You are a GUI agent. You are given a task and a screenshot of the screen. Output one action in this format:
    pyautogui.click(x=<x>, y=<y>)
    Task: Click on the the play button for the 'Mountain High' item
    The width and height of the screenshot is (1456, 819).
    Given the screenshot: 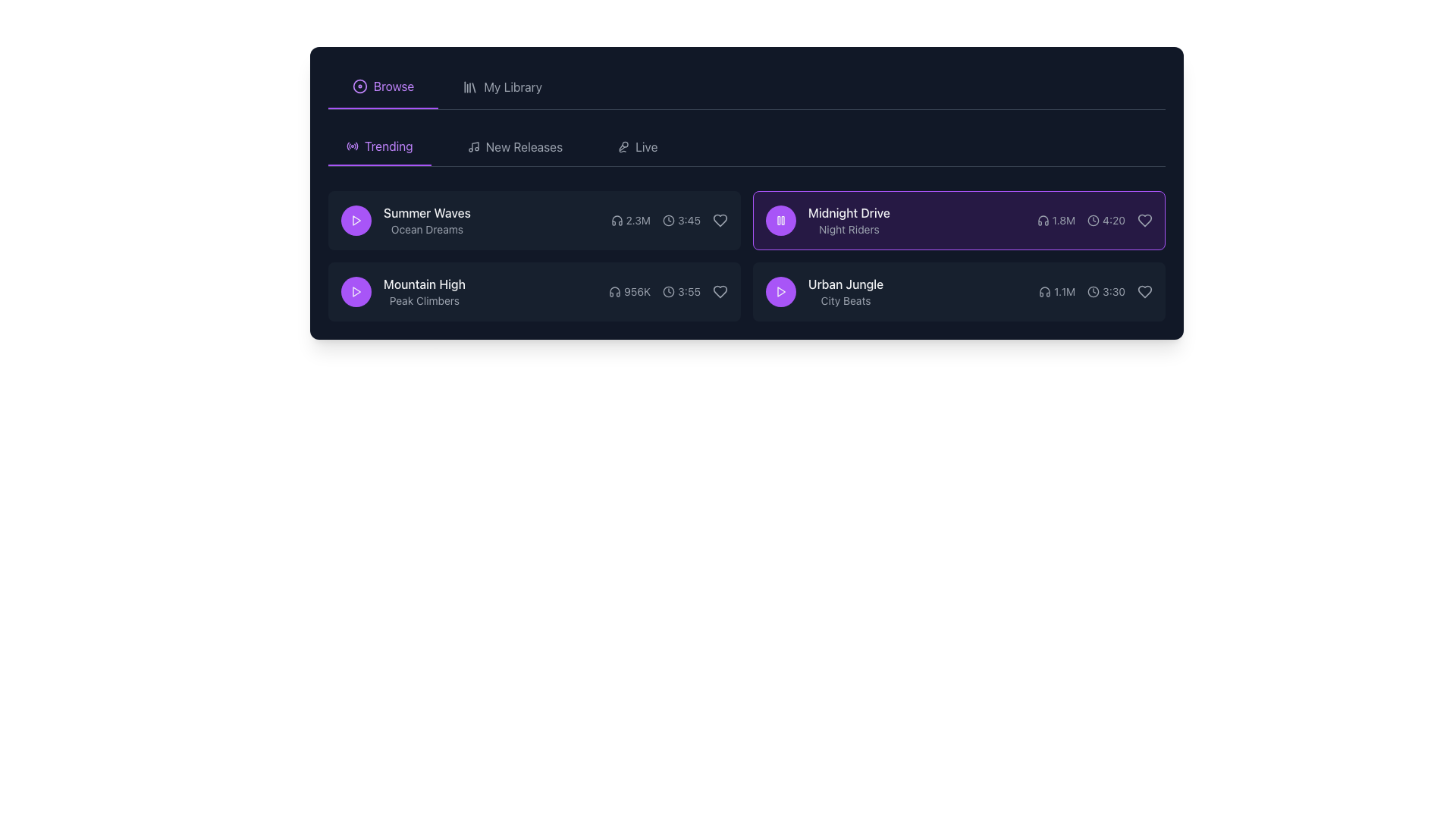 What is the action you would take?
    pyautogui.click(x=356, y=292)
    